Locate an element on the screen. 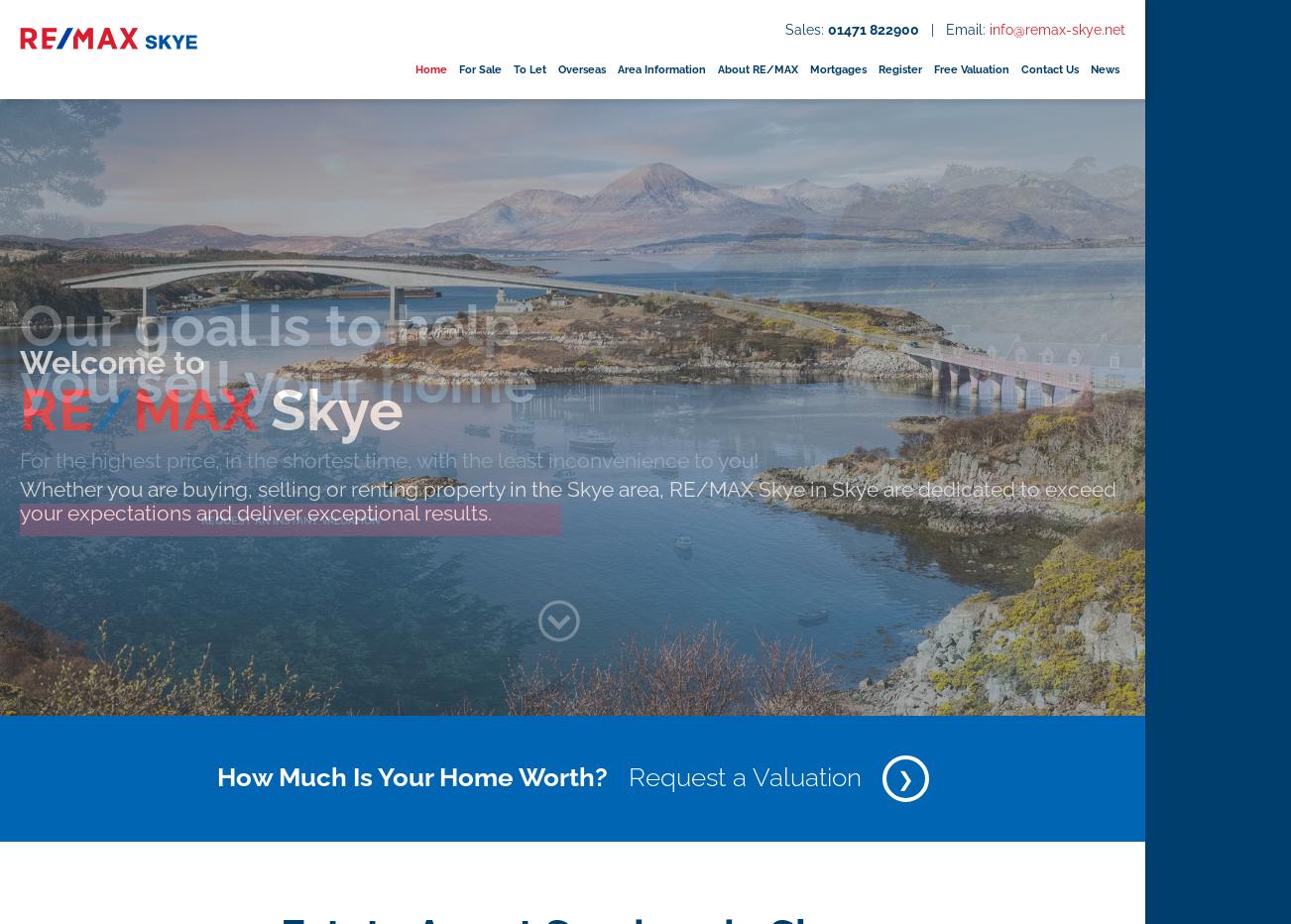  'How Much Is Your Home Worth?' is located at coordinates (410, 775).